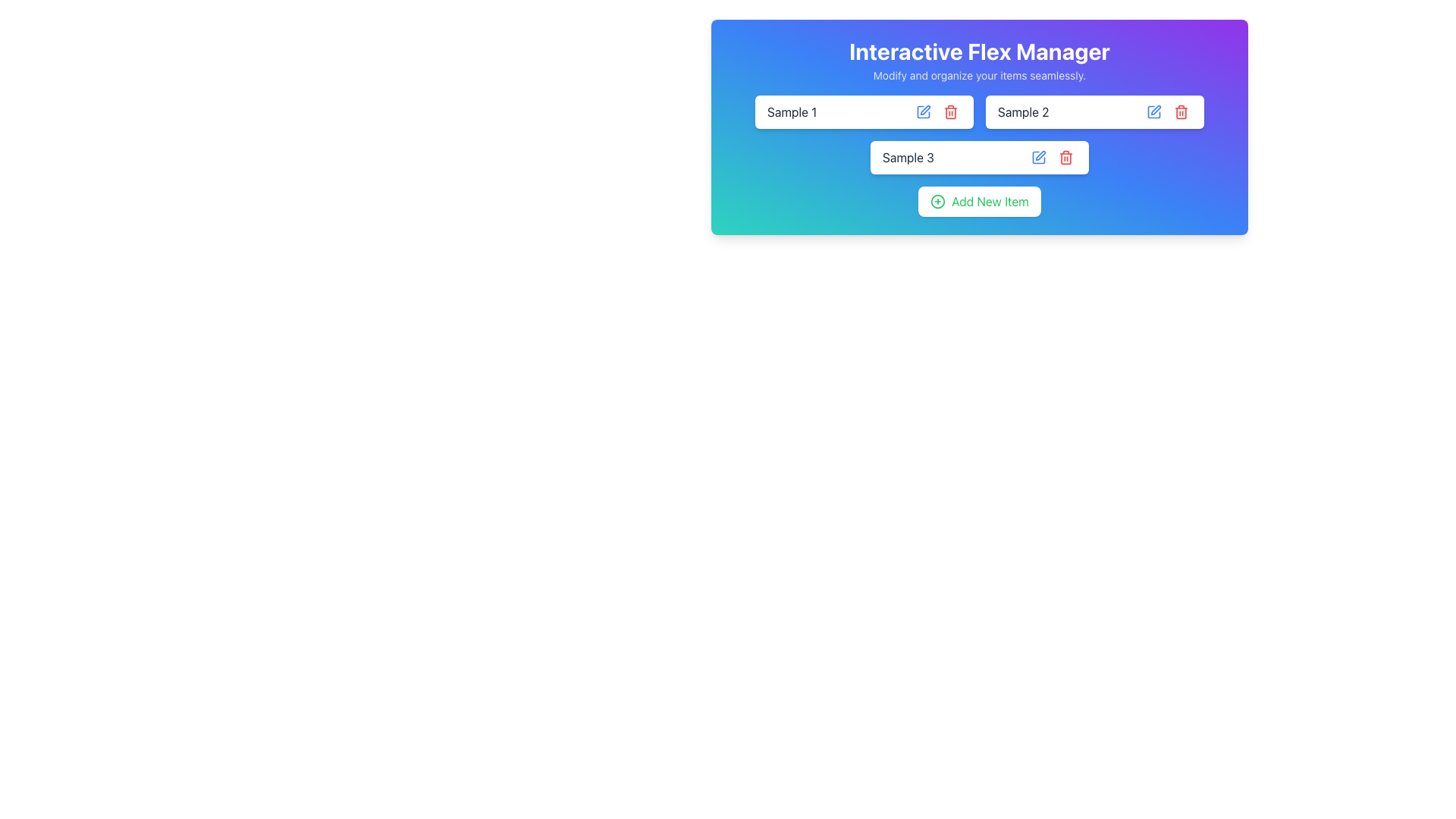 This screenshot has width=1456, height=819. Describe the element at coordinates (923, 111) in the screenshot. I see `the SVG icon with a pen-over-square design located at the top-right of the 'Sample 1' text input field` at that location.